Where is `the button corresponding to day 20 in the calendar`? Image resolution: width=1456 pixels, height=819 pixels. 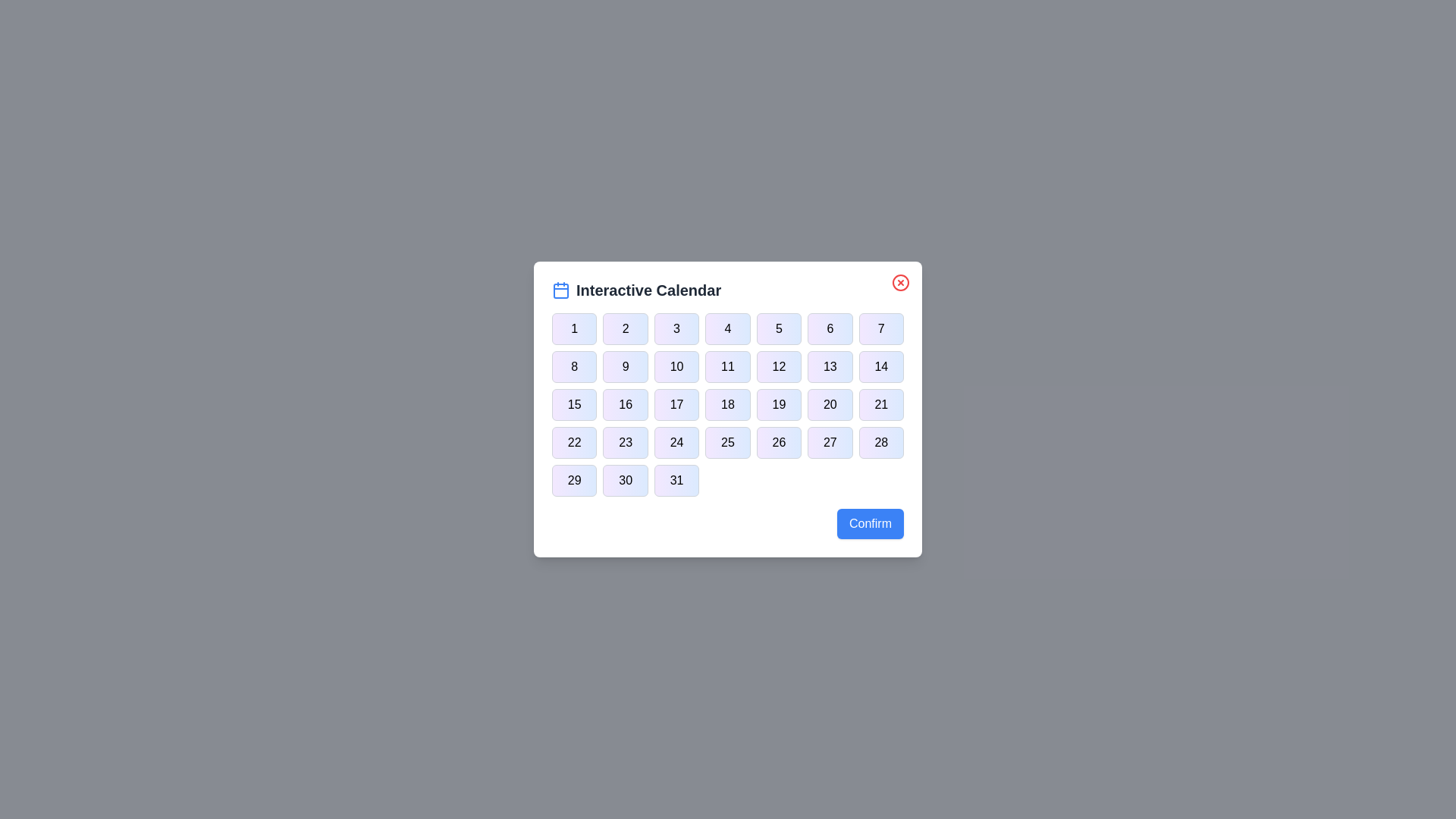 the button corresponding to day 20 in the calendar is located at coordinates (829, 403).